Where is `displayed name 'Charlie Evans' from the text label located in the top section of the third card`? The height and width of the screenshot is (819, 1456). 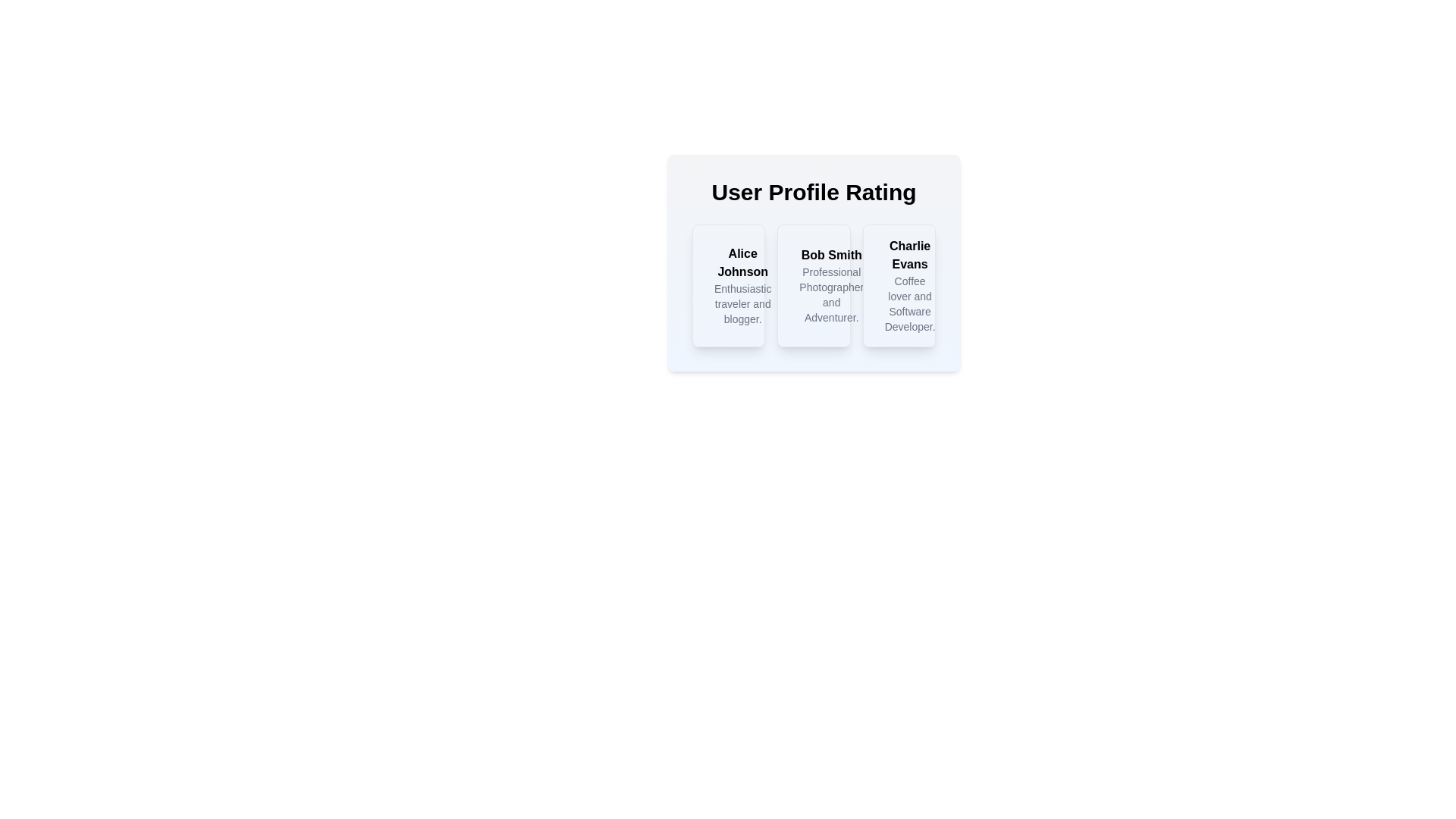
displayed name 'Charlie Evans' from the text label located in the top section of the third card is located at coordinates (910, 254).